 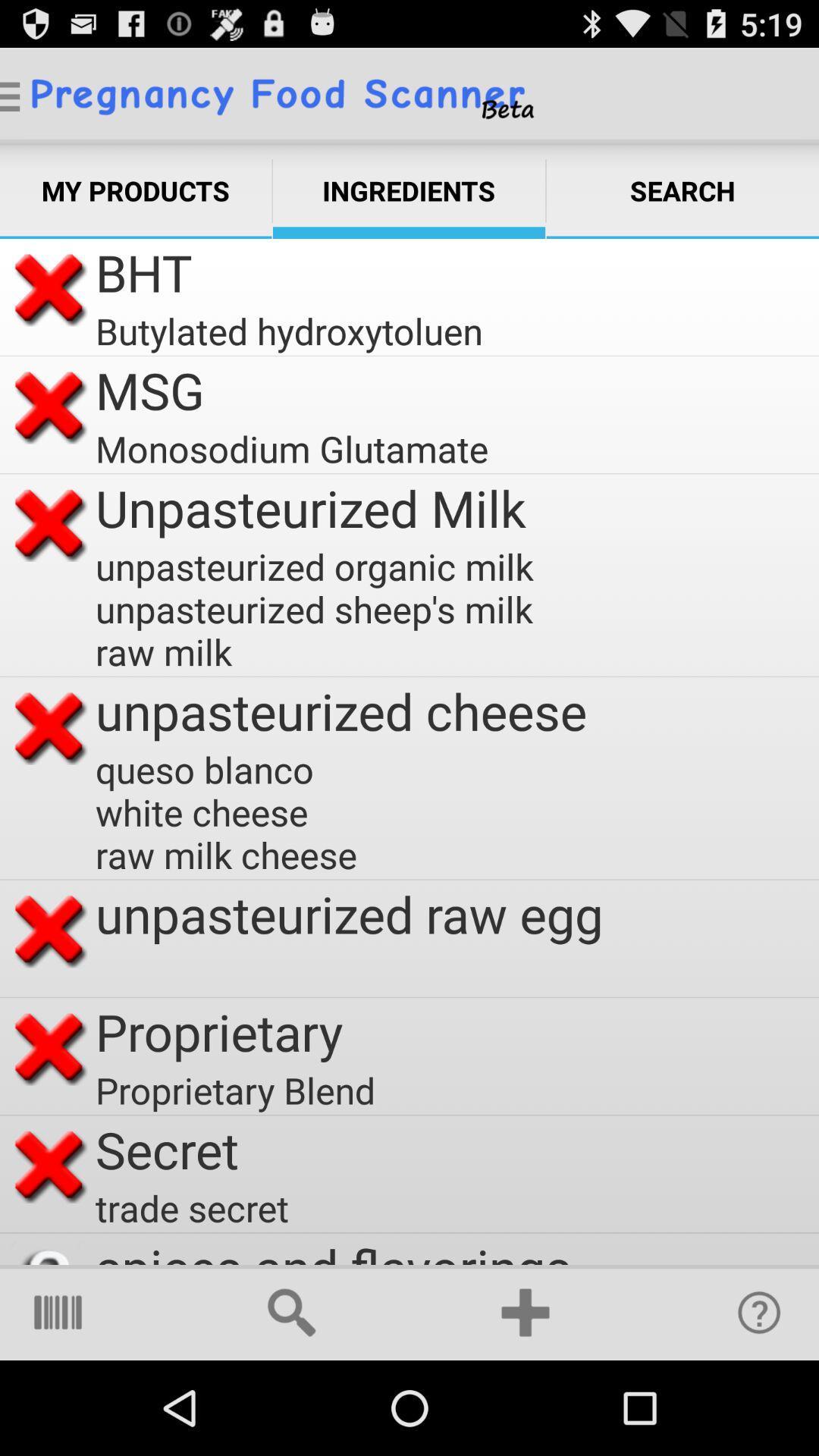 What do you see at coordinates (341, 710) in the screenshot?
I see `unpasteurized cheese` at bounding box center [341, 710].